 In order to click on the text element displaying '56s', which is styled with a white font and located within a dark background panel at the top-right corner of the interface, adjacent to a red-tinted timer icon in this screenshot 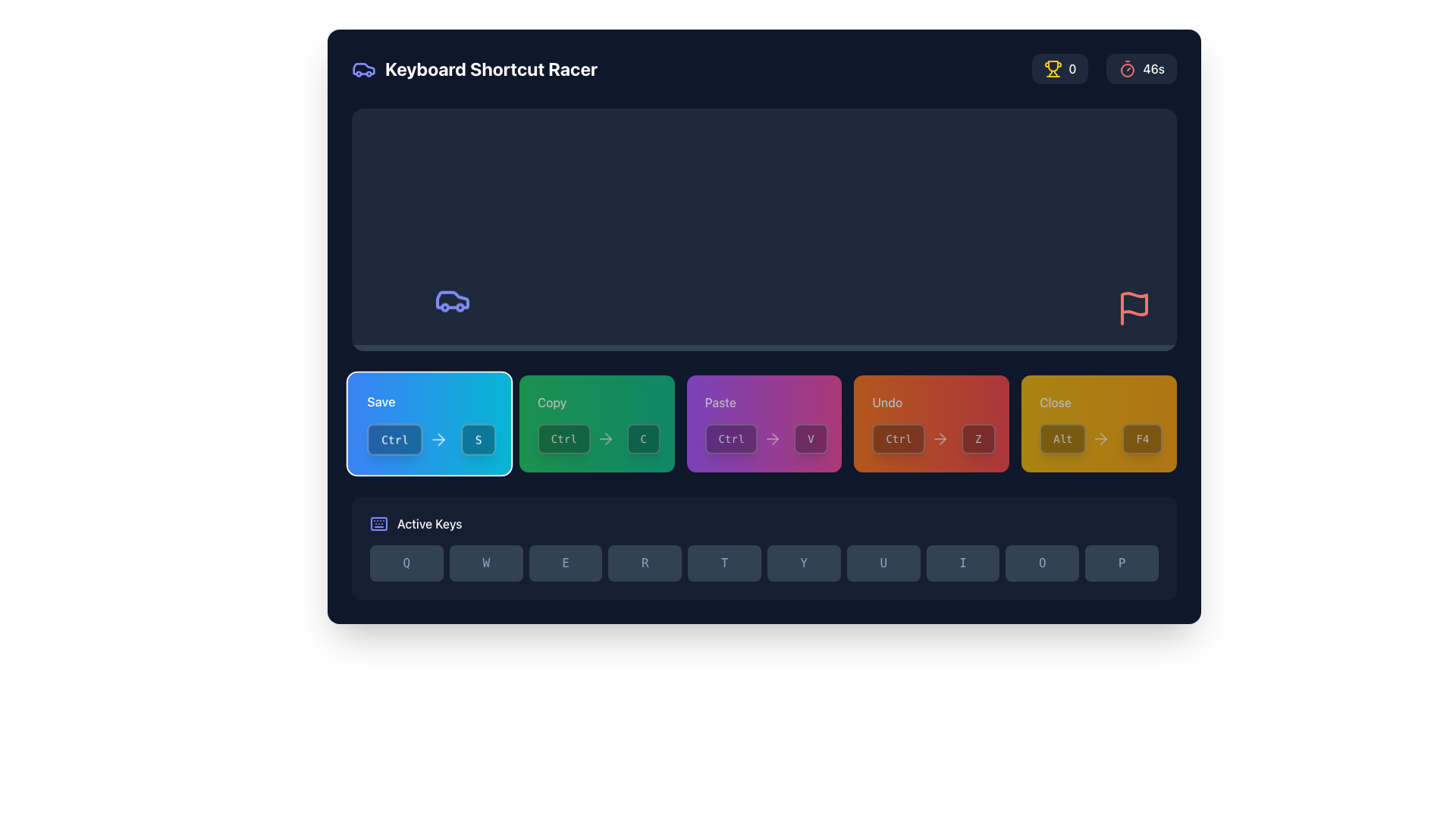, I will do `click(1153, 69)`.